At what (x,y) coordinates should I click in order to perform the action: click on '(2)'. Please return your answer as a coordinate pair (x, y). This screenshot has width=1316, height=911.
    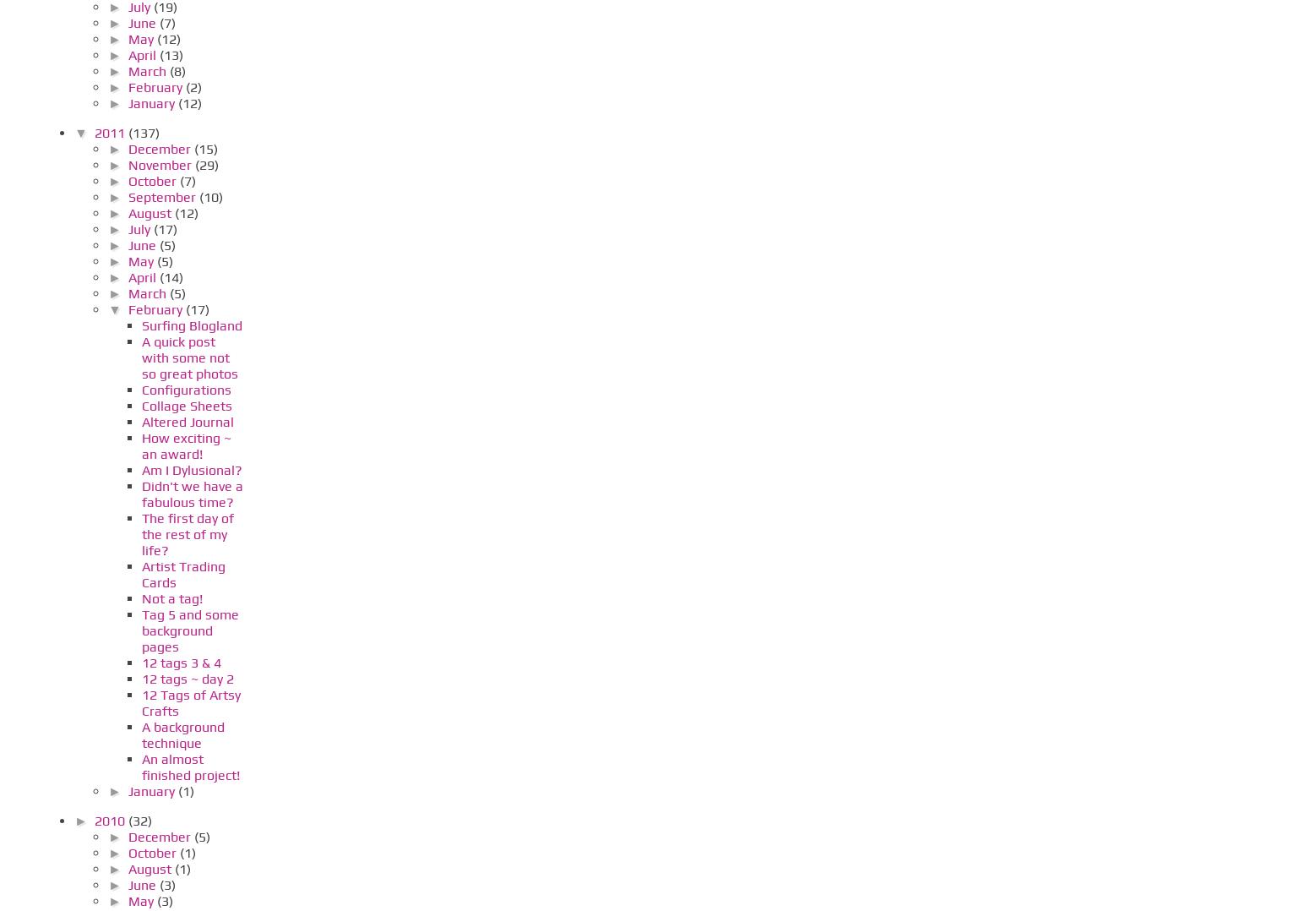
    Looking at the image, I should click on (193, 85).